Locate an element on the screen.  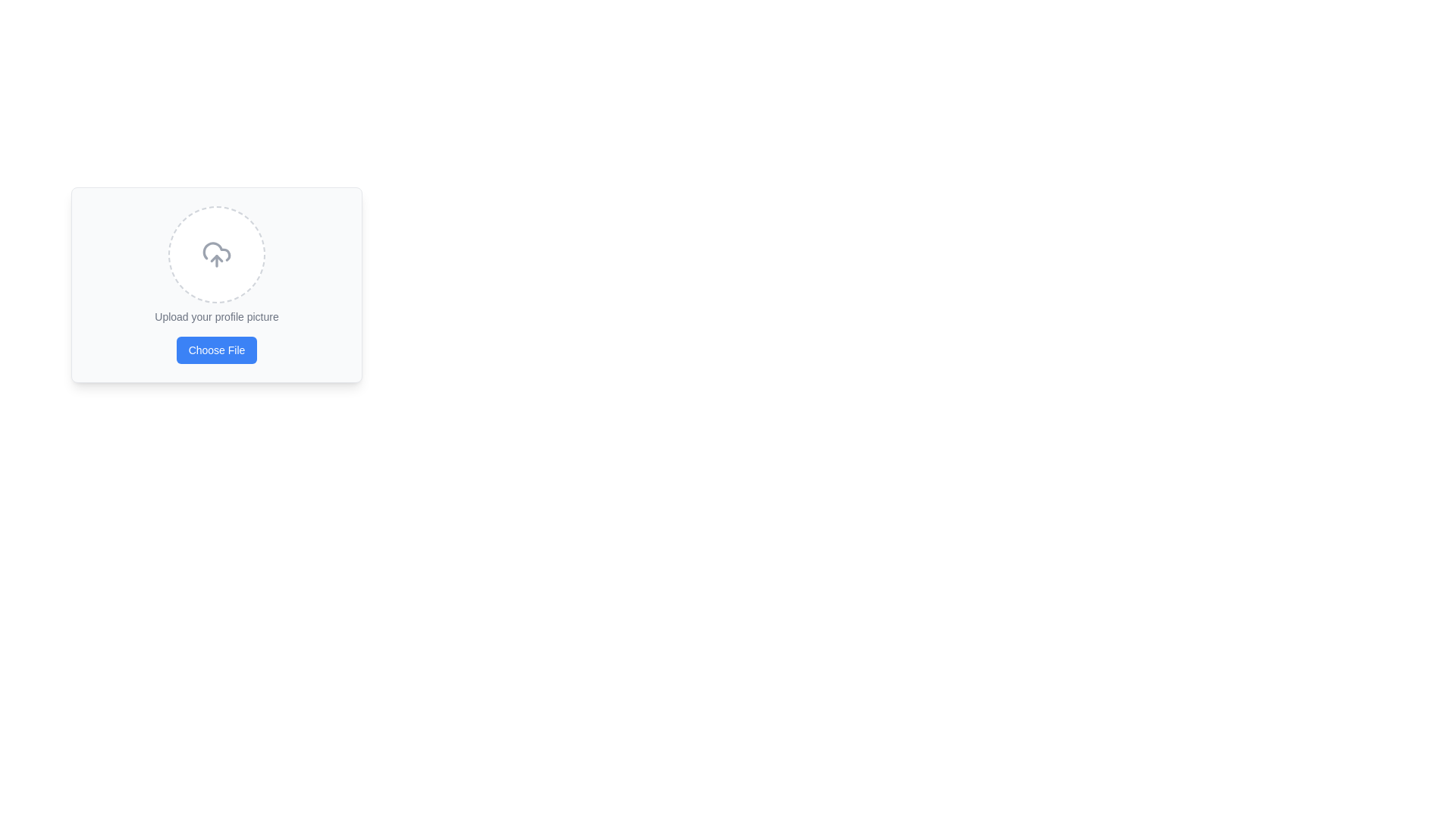
the circular image placeholder or upload indicator located at the center of the card containing the text 'Upload your profile picture' is located at coordinates (215, 253).